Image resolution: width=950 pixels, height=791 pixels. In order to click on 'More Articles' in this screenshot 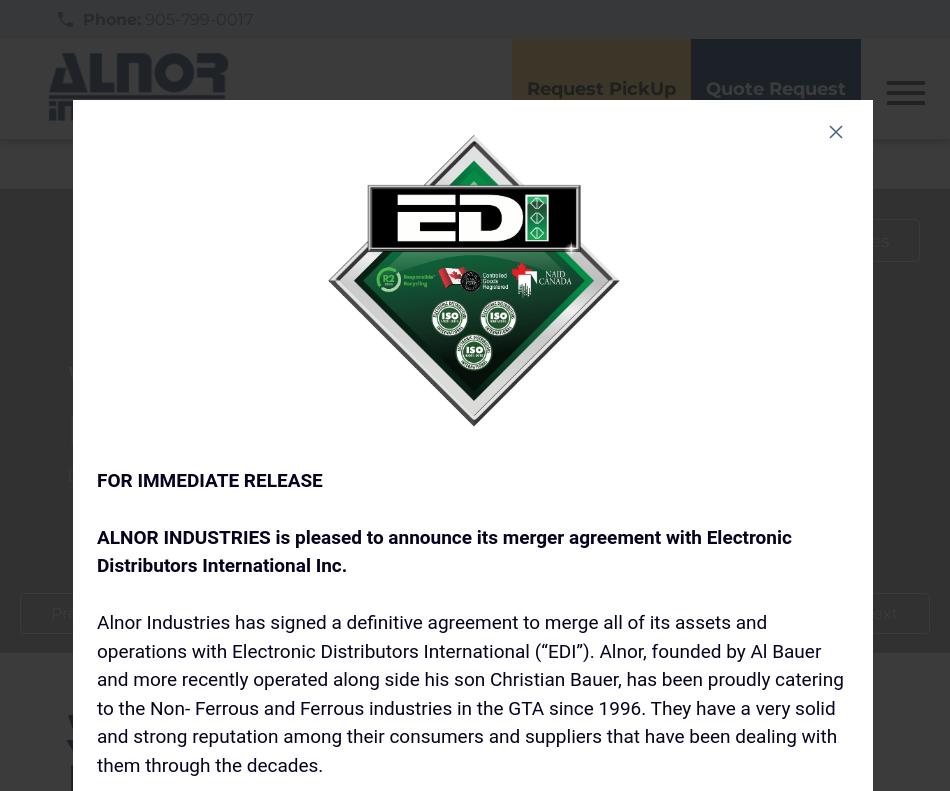, I will do `click(831, 239)`.